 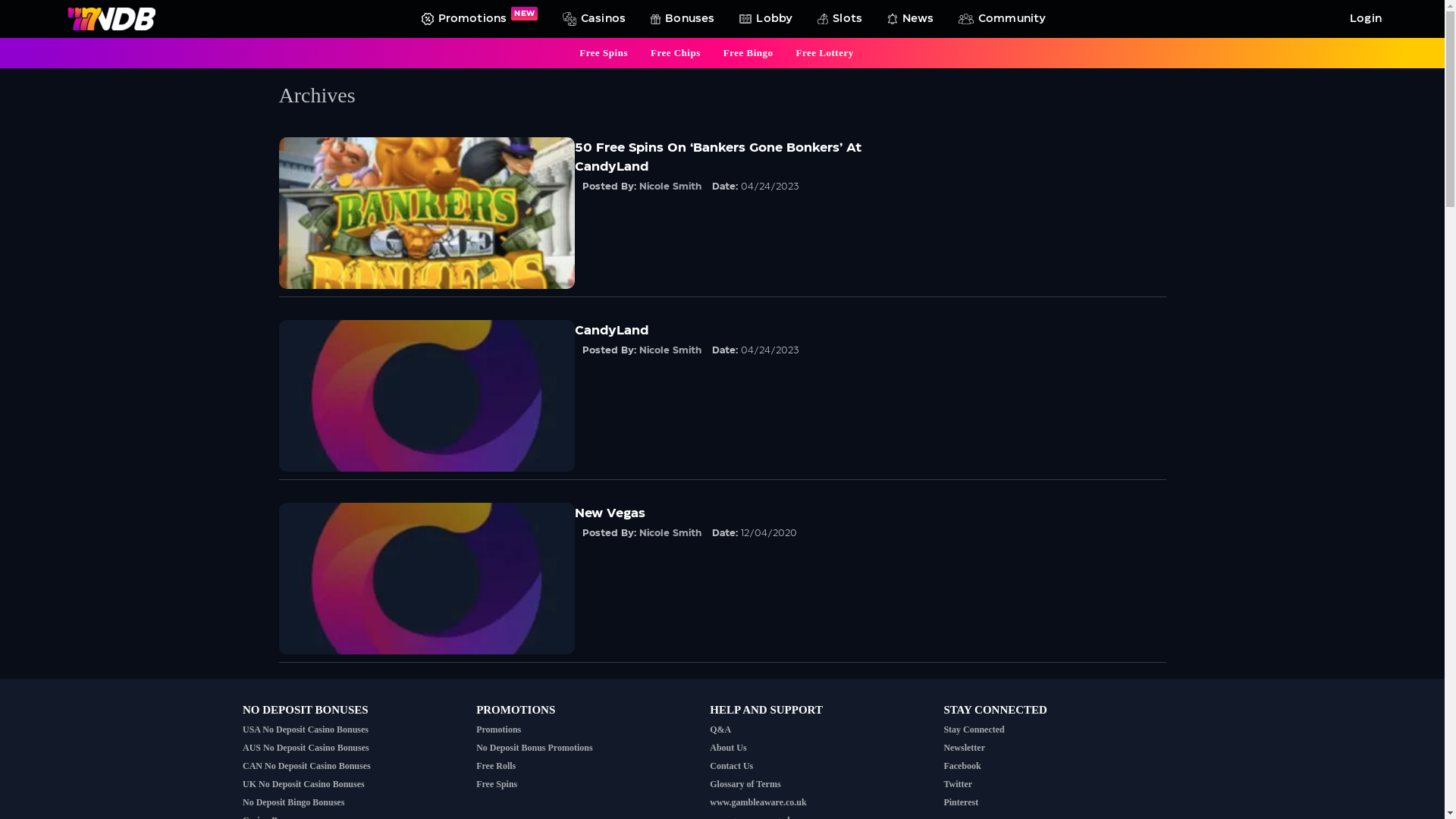 I want to click on 'Free Spins', so click(x=578, y=52).